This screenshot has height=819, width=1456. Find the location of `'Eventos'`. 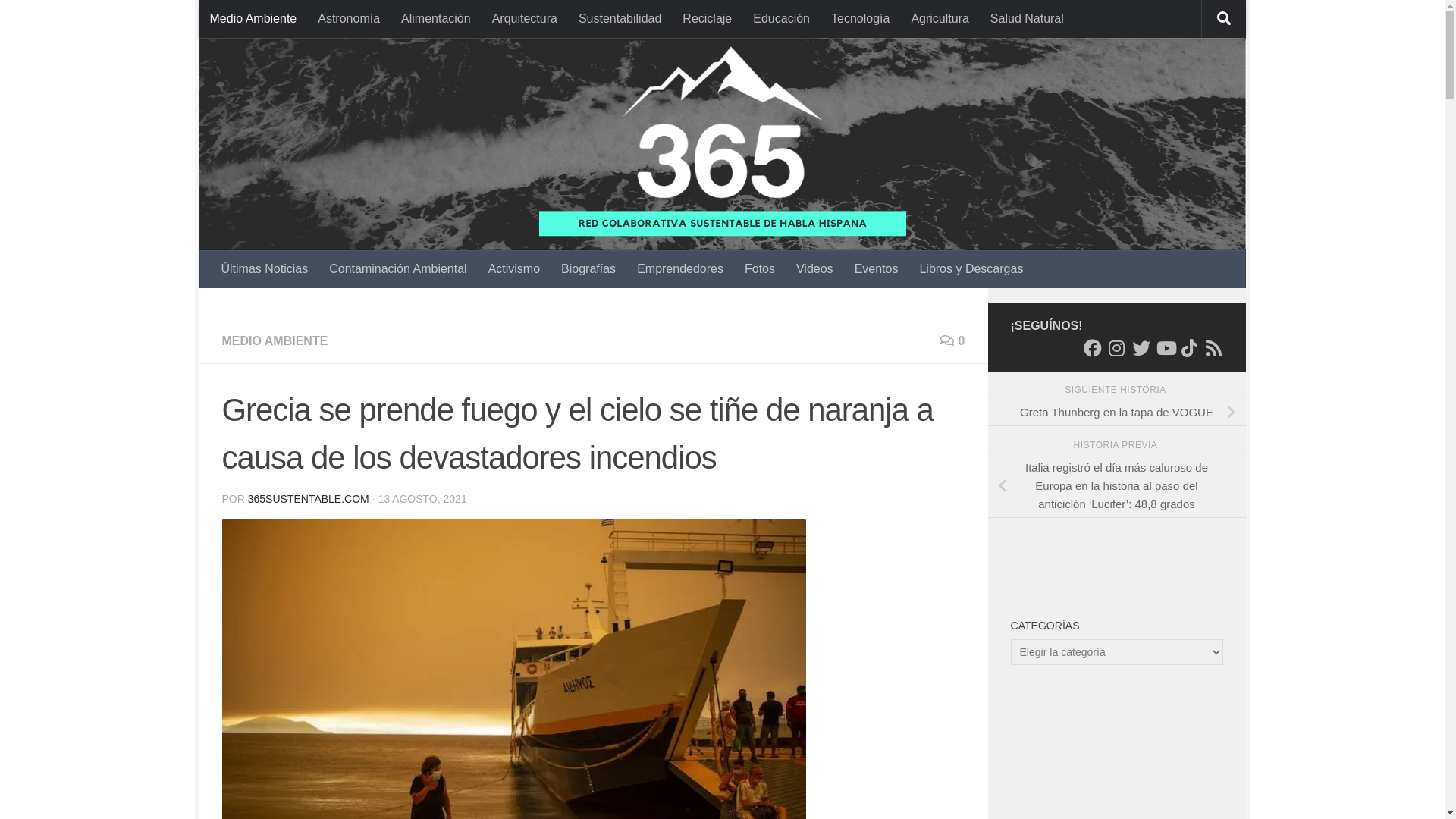

'Eventos' is located at coordinates (877, 268).